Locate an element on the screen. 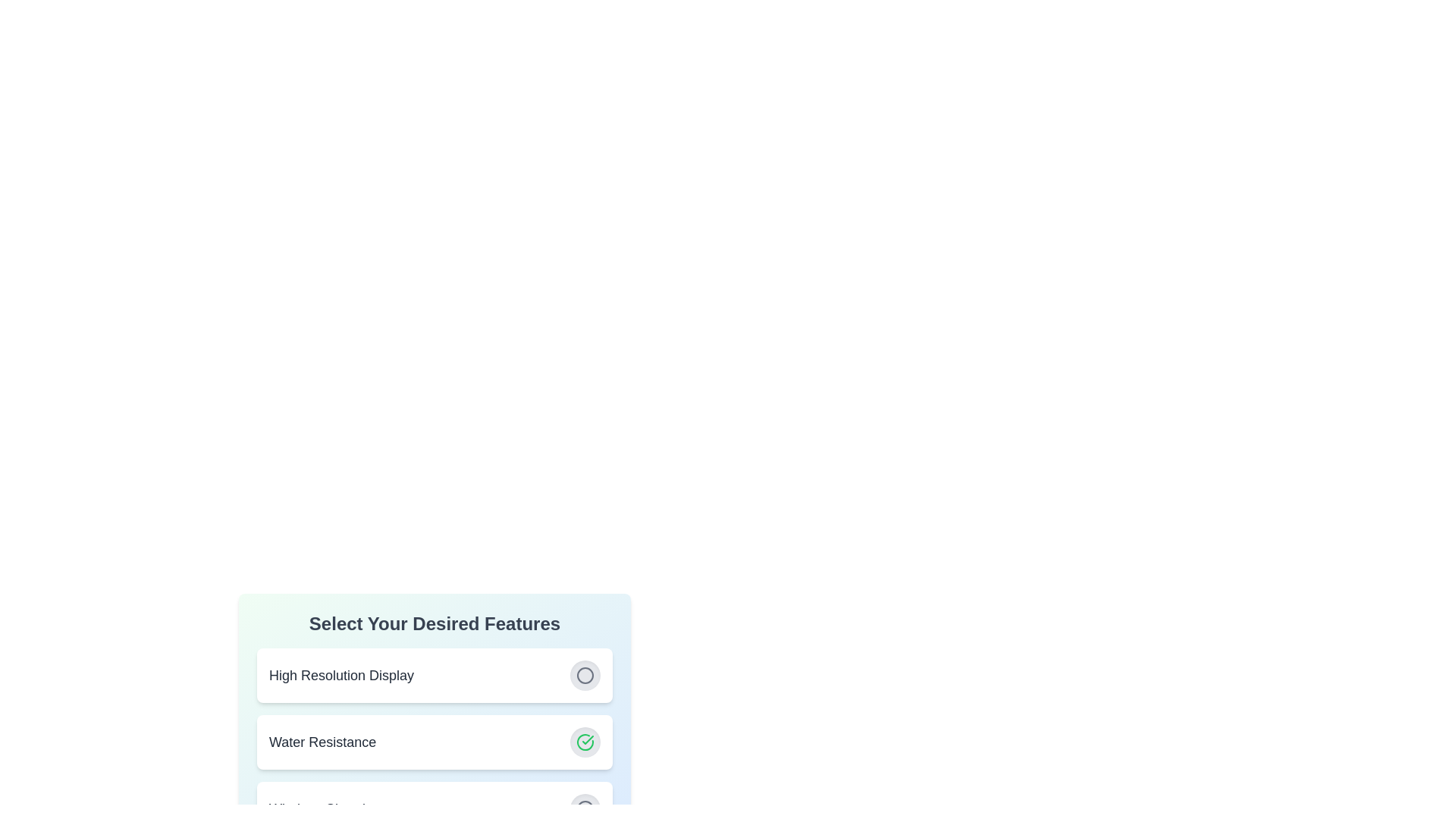 This screenshot has width=1456, height=819. the inner circle of the SVG icon associated with the 'High Resolution Display' feature selection list for visual cues is located at coordinates (585, 675).